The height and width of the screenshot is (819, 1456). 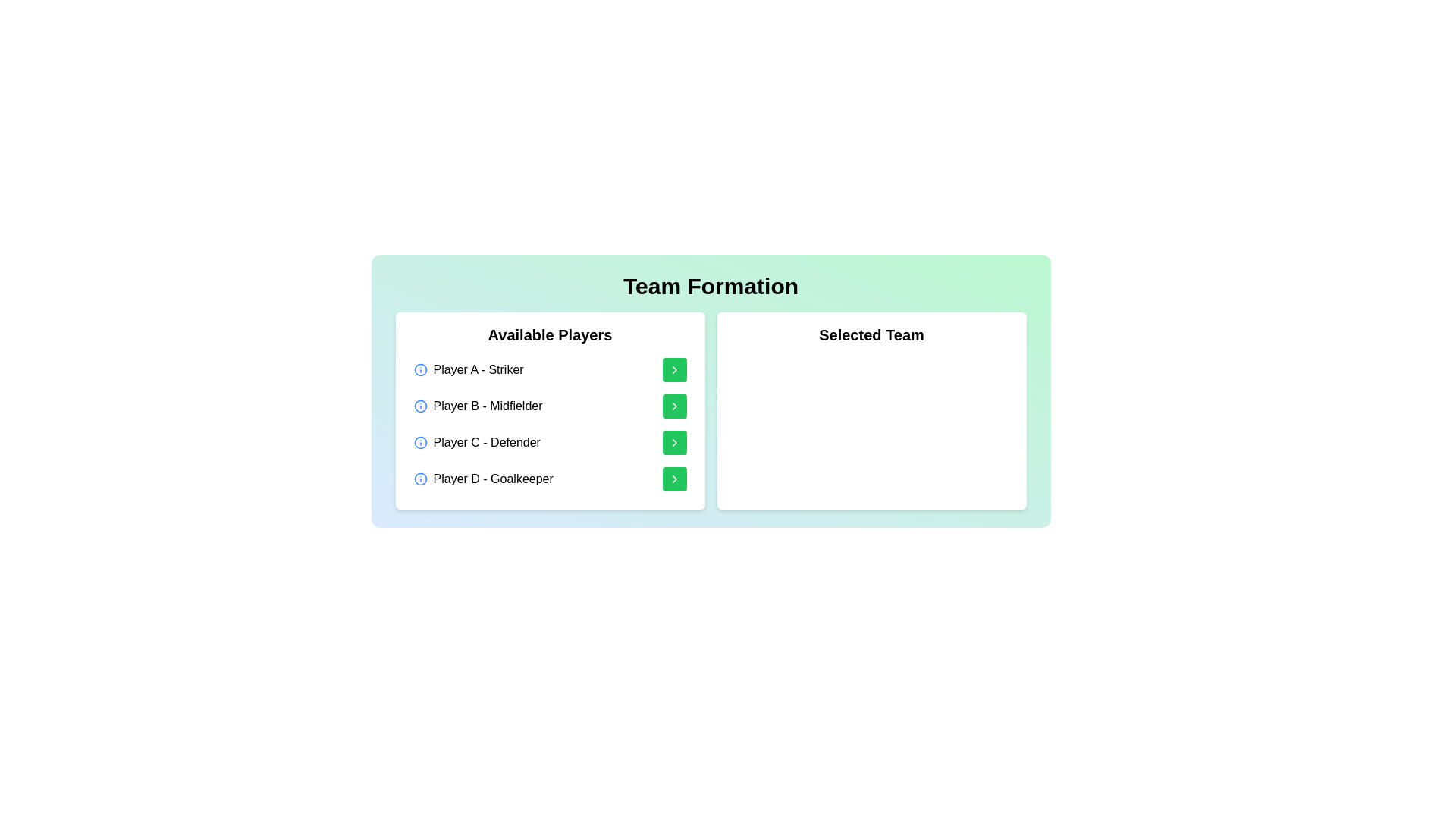 I want to click on button to select Player B - Midfielder from the available players list, so click(x=673, y=406).